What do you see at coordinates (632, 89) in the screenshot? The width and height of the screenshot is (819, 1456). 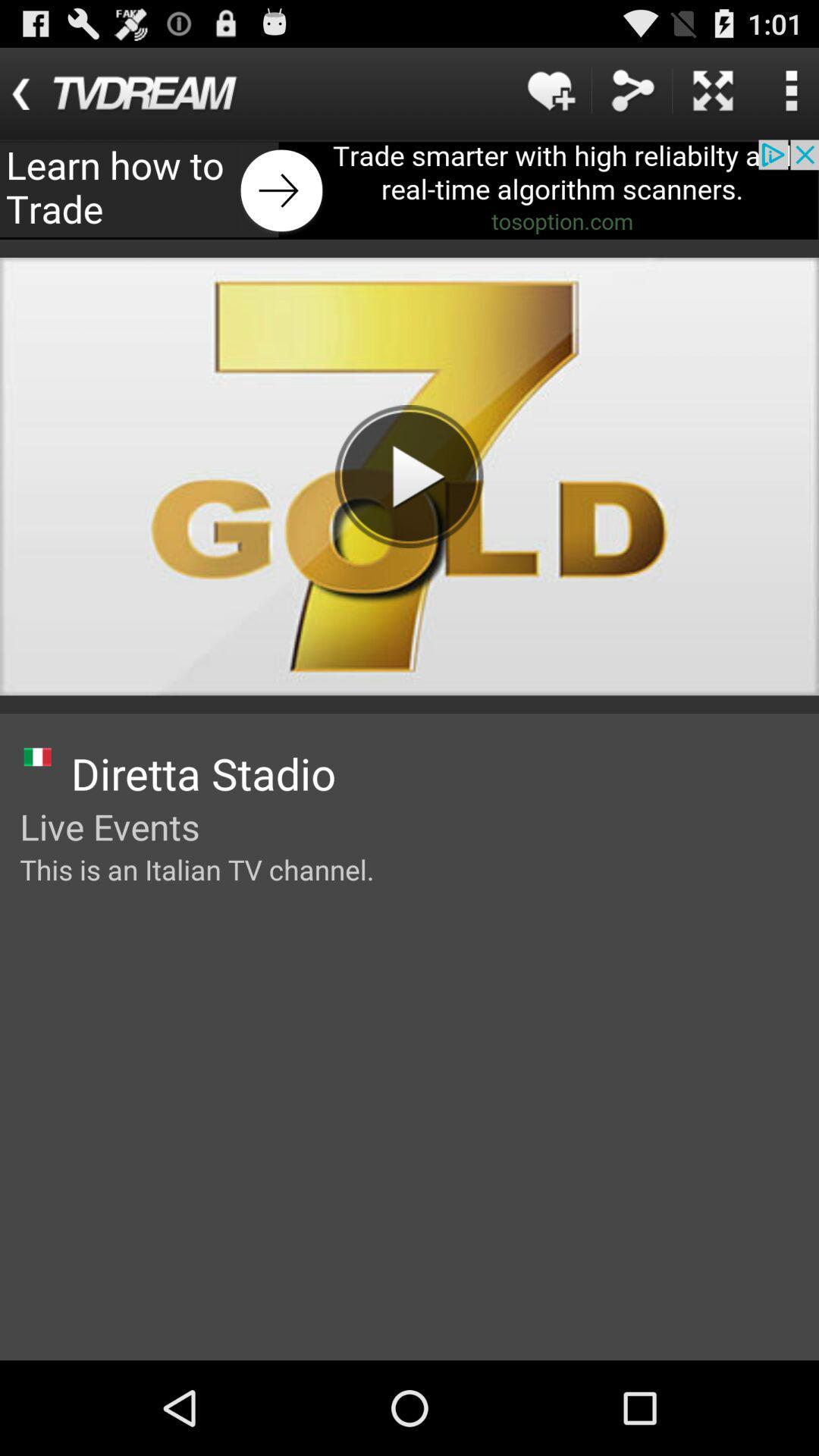 I see `one or more connection` at bounding box center [632, 89].